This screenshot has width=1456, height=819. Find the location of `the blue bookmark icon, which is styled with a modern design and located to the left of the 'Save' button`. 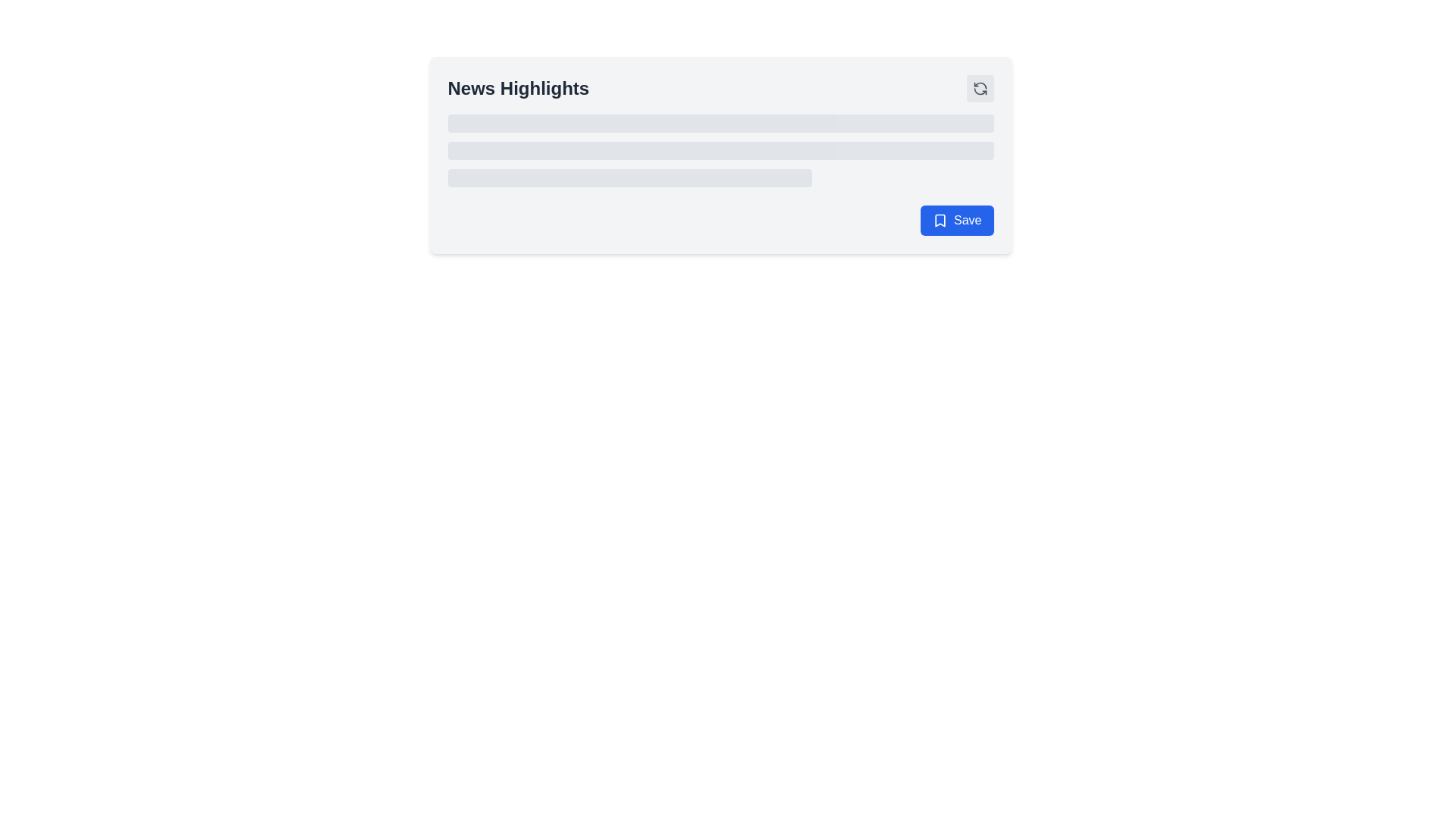

the blue bookmark icon, which is styled with a modern design and located to the left of the 'Save' button is located at coordinates (939, 220).